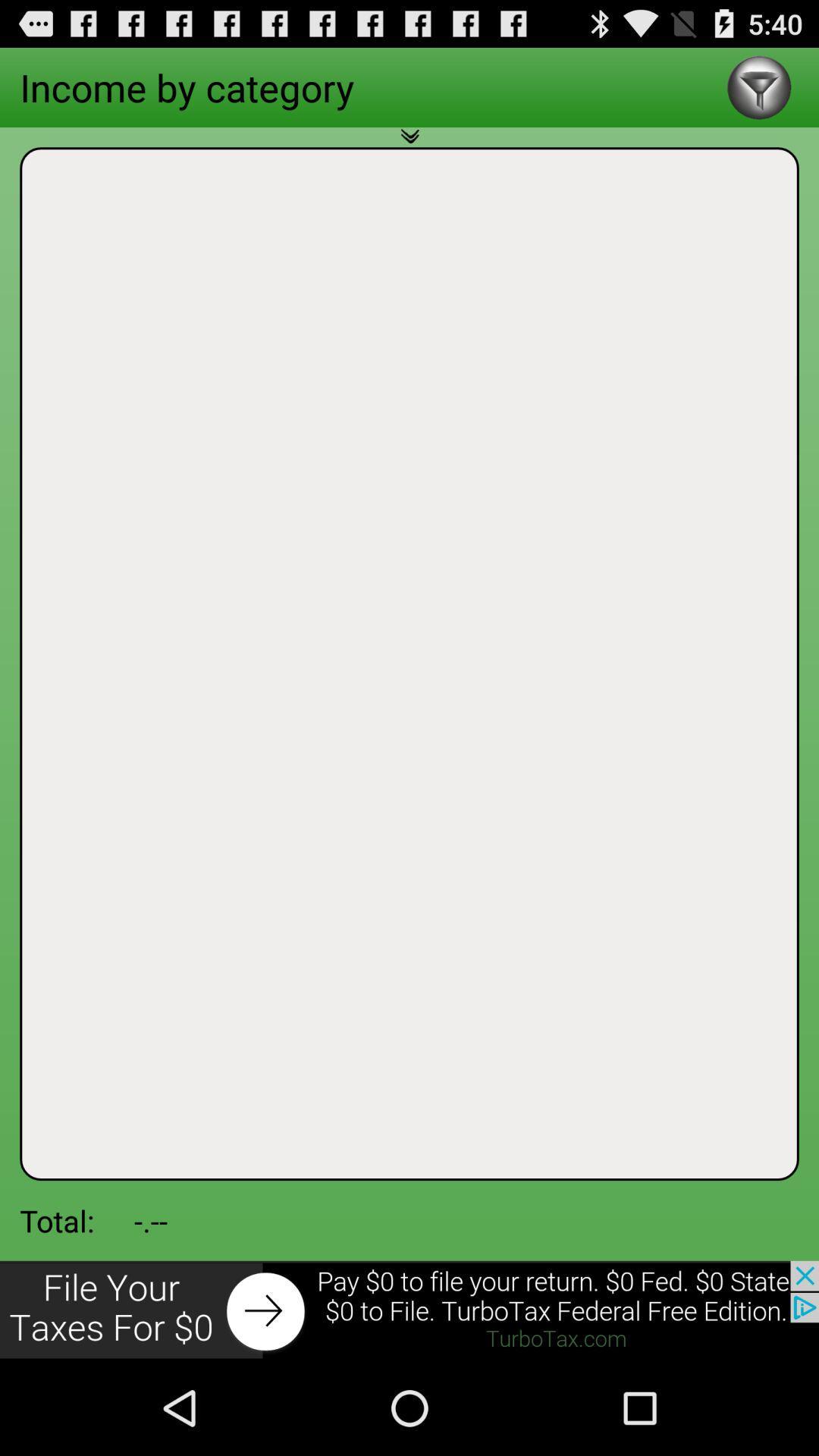 Image resolution: width=819 pixels, height=1456 pixels. I want to click on show filters, so click(759, 86).